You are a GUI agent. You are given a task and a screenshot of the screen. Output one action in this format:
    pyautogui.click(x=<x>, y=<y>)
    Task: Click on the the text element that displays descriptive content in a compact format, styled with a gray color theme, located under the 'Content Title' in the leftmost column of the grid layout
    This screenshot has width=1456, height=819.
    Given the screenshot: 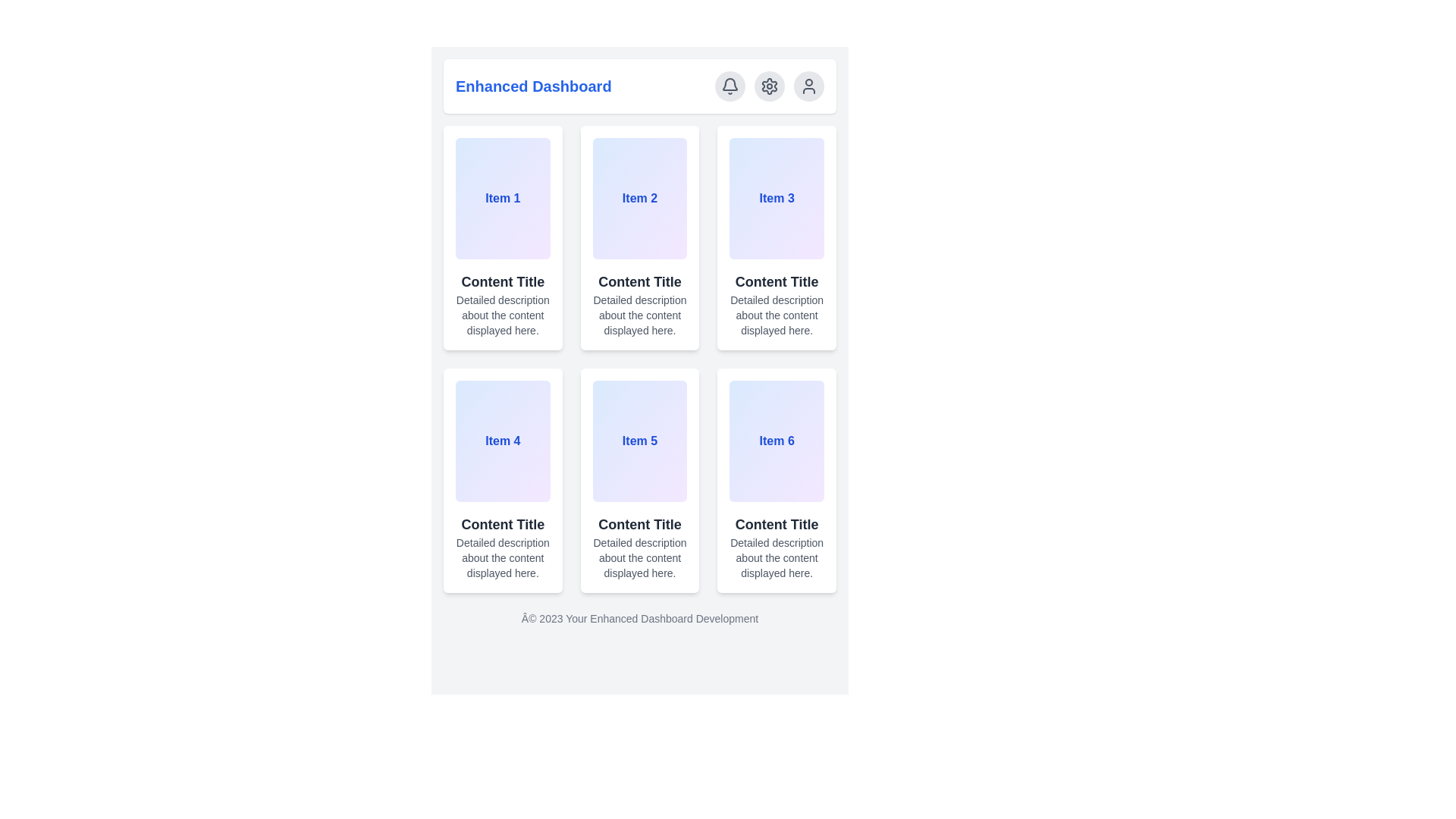 What is the action you would take?
    pyautogui.click(x=503, y=315)
    